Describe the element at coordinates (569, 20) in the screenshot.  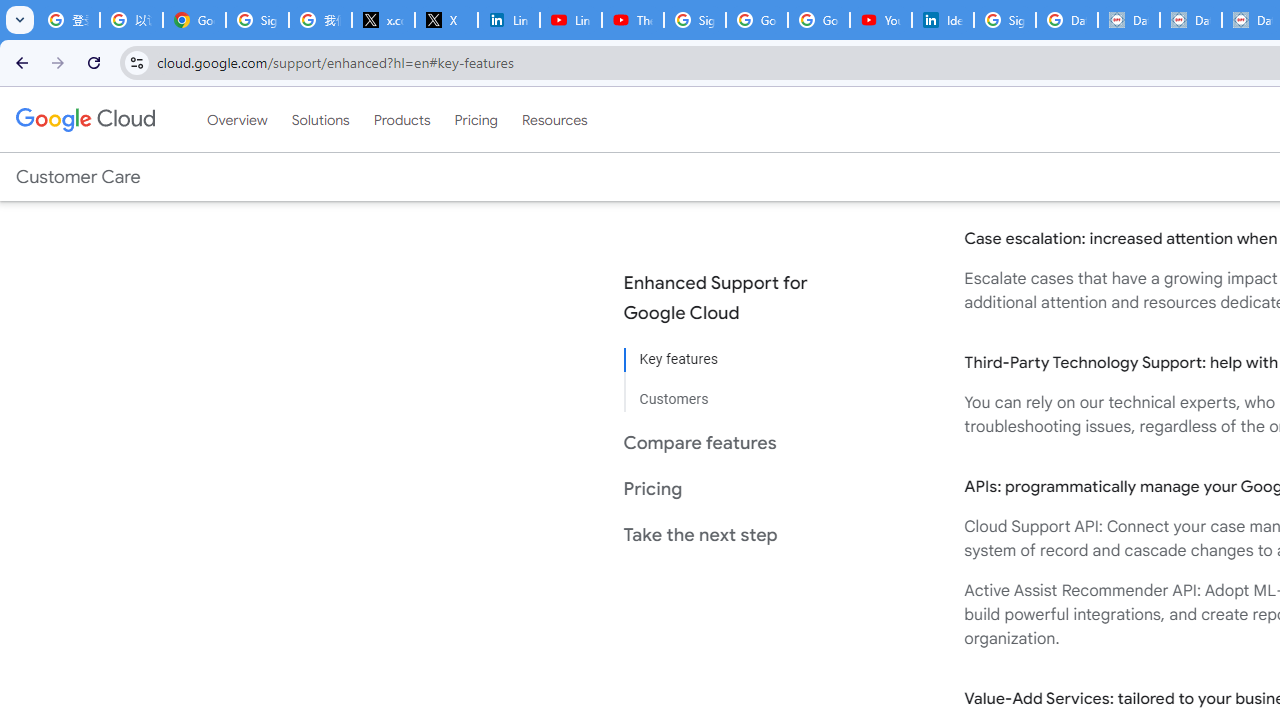
I see `'LinkedIn - YouTube'` at that location.